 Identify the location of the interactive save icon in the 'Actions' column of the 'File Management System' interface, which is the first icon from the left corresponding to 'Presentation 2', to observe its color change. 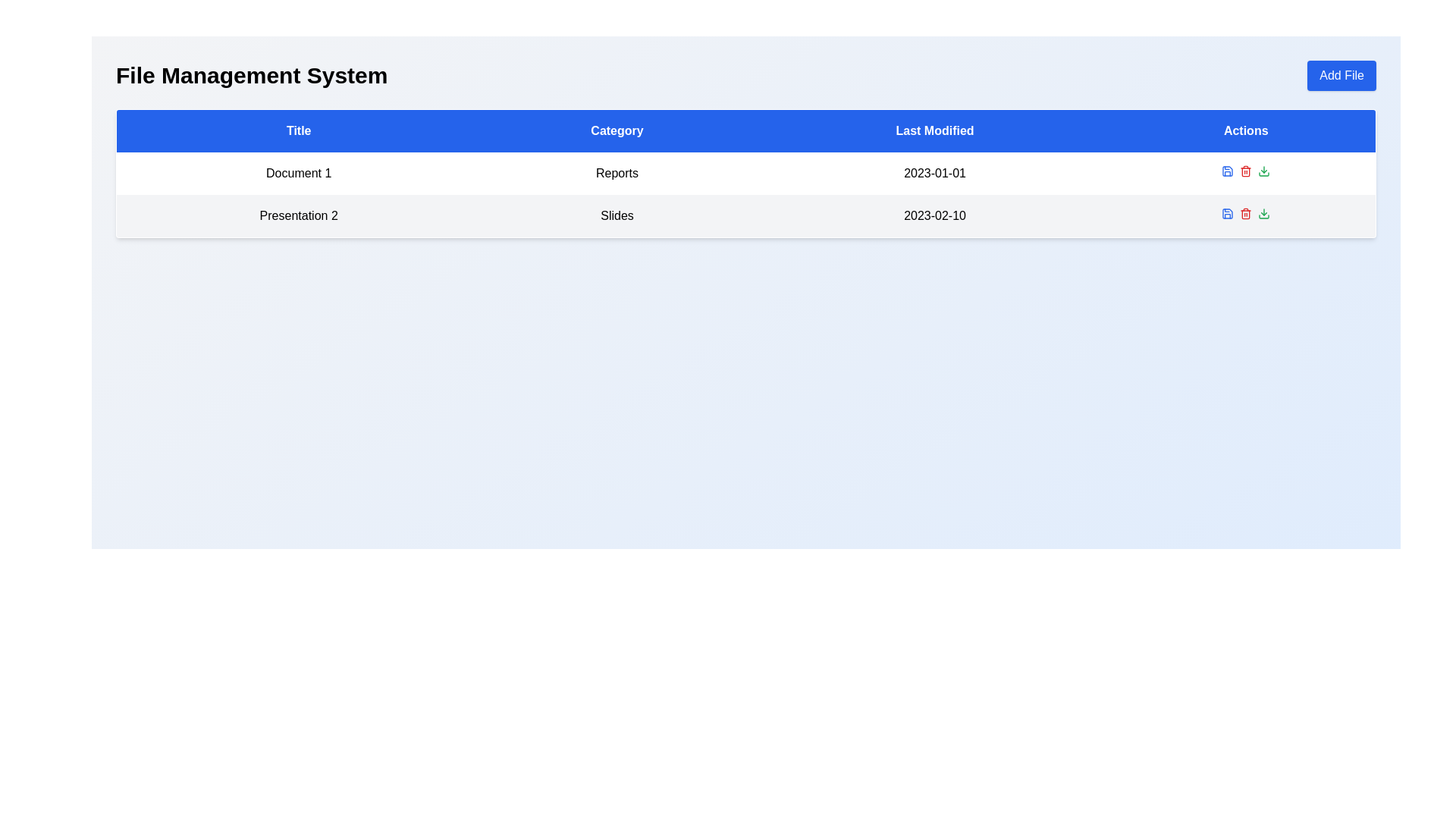
(1228, 171).